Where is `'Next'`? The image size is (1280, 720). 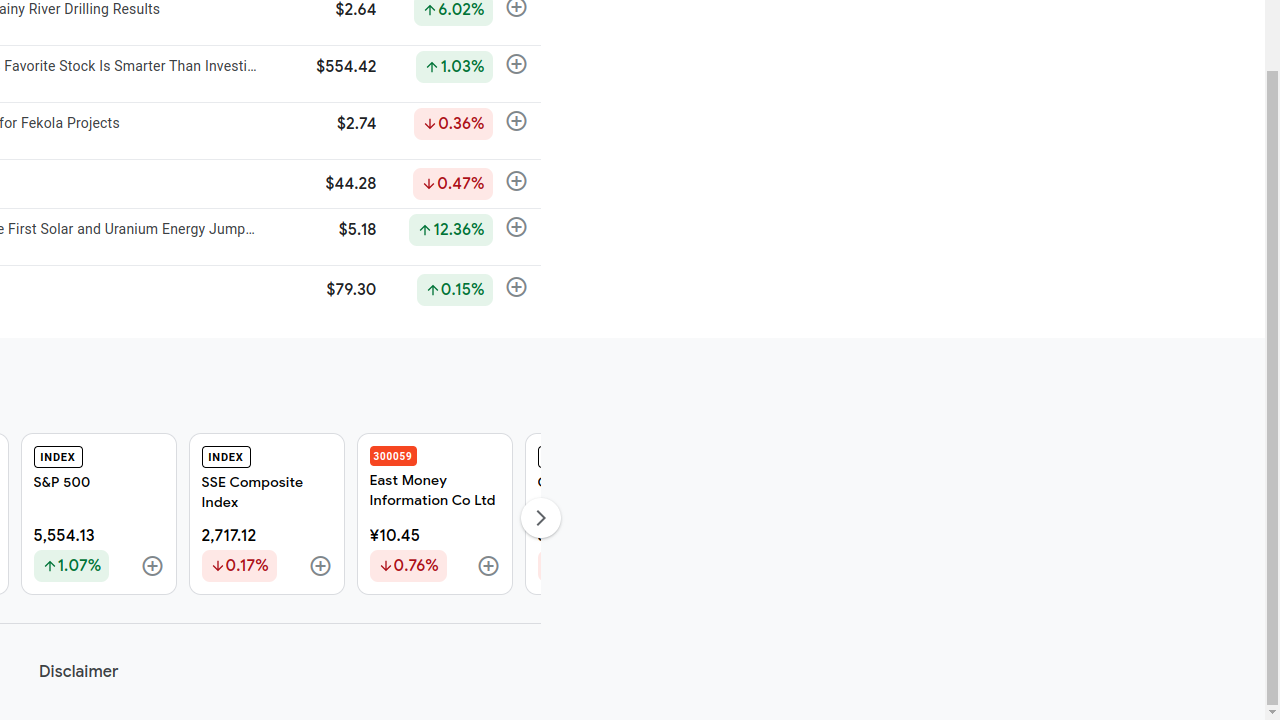
'Next' is located at coordinates (540, 516).